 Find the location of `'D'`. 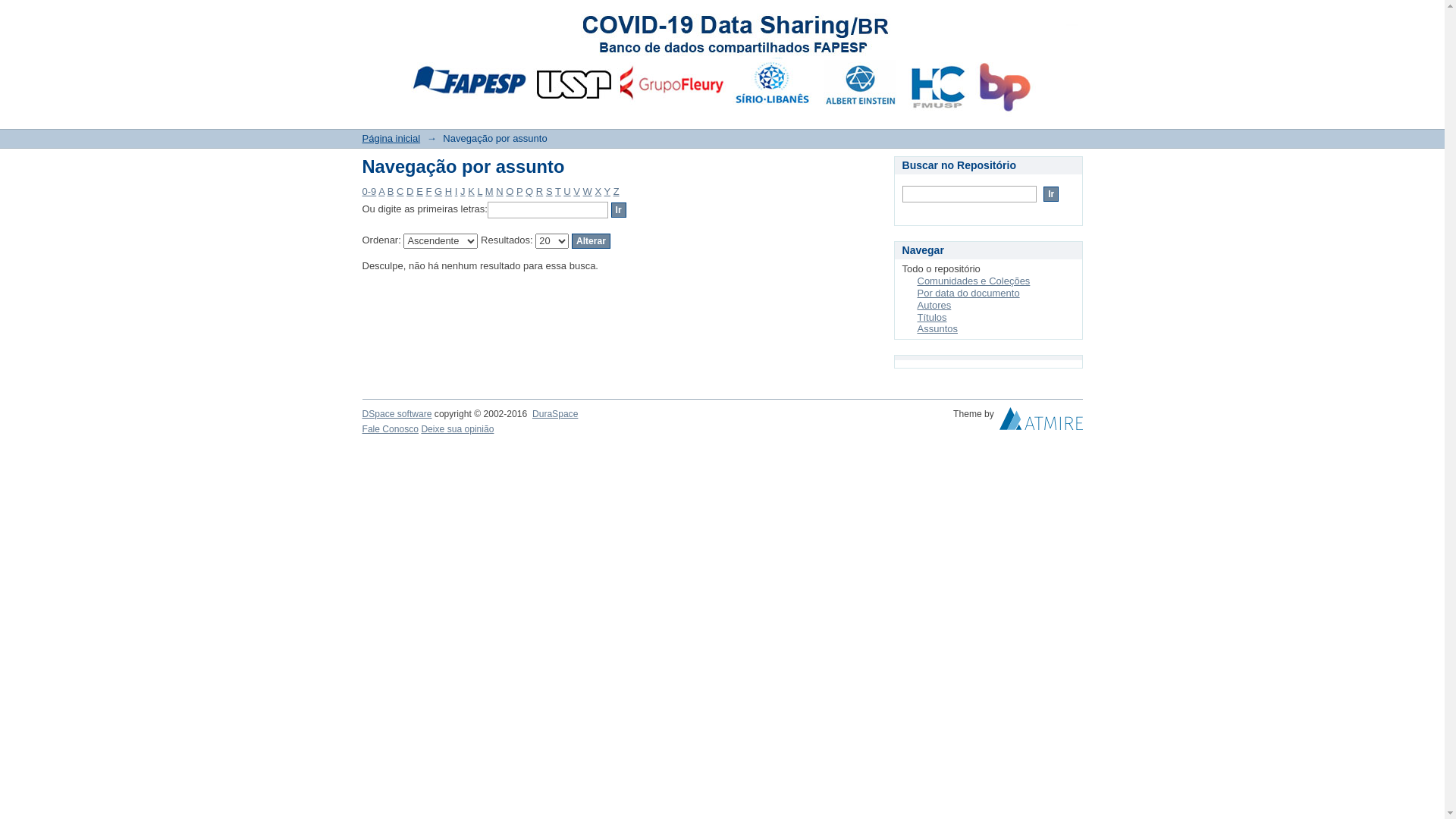

'D' is located at coordinates (409, 190).